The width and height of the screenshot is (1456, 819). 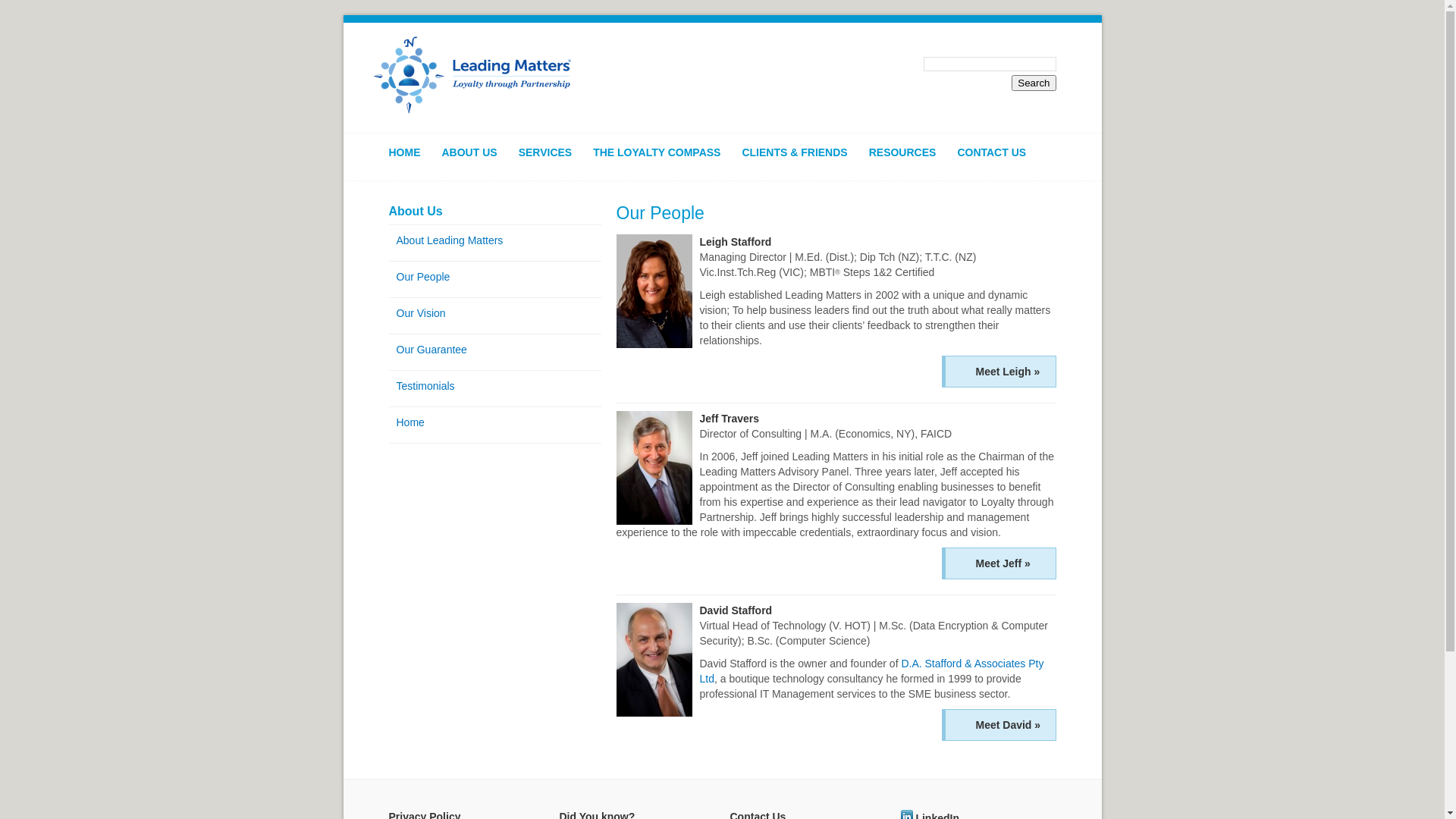 What do you see at coordinates (871, 670) in the screenshot?
I see `'D.A. Stafford & Associates Pty Ltd'` at bounding box center [871, 670].